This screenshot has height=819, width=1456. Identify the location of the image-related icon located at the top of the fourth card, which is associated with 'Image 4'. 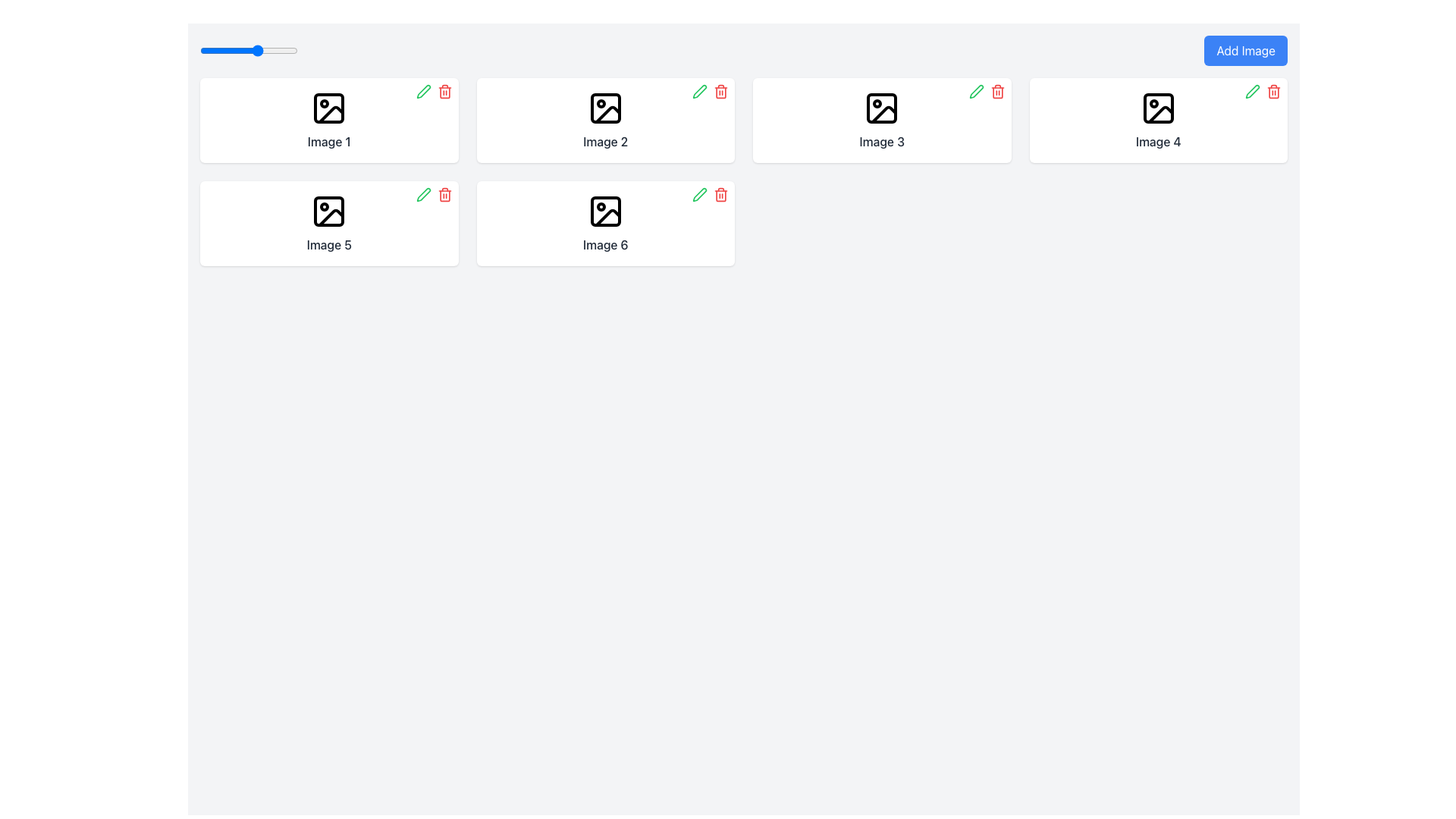
(1157, 107).